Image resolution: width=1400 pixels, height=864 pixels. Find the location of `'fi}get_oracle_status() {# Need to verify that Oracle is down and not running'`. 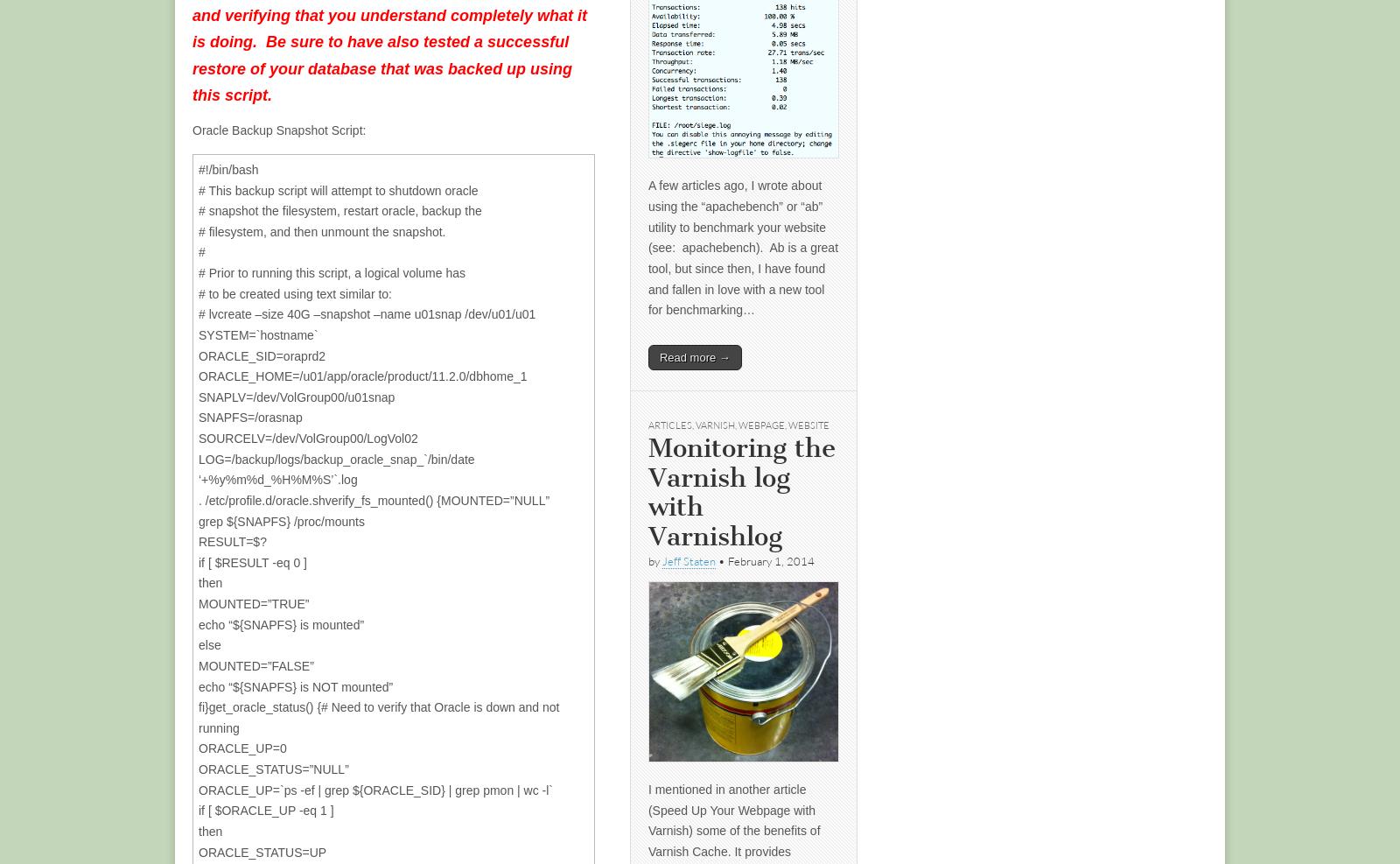

'fi}get_oracle_status() {# Need to verify that Oracle is down and not running' is located at coordinates (377, 717).